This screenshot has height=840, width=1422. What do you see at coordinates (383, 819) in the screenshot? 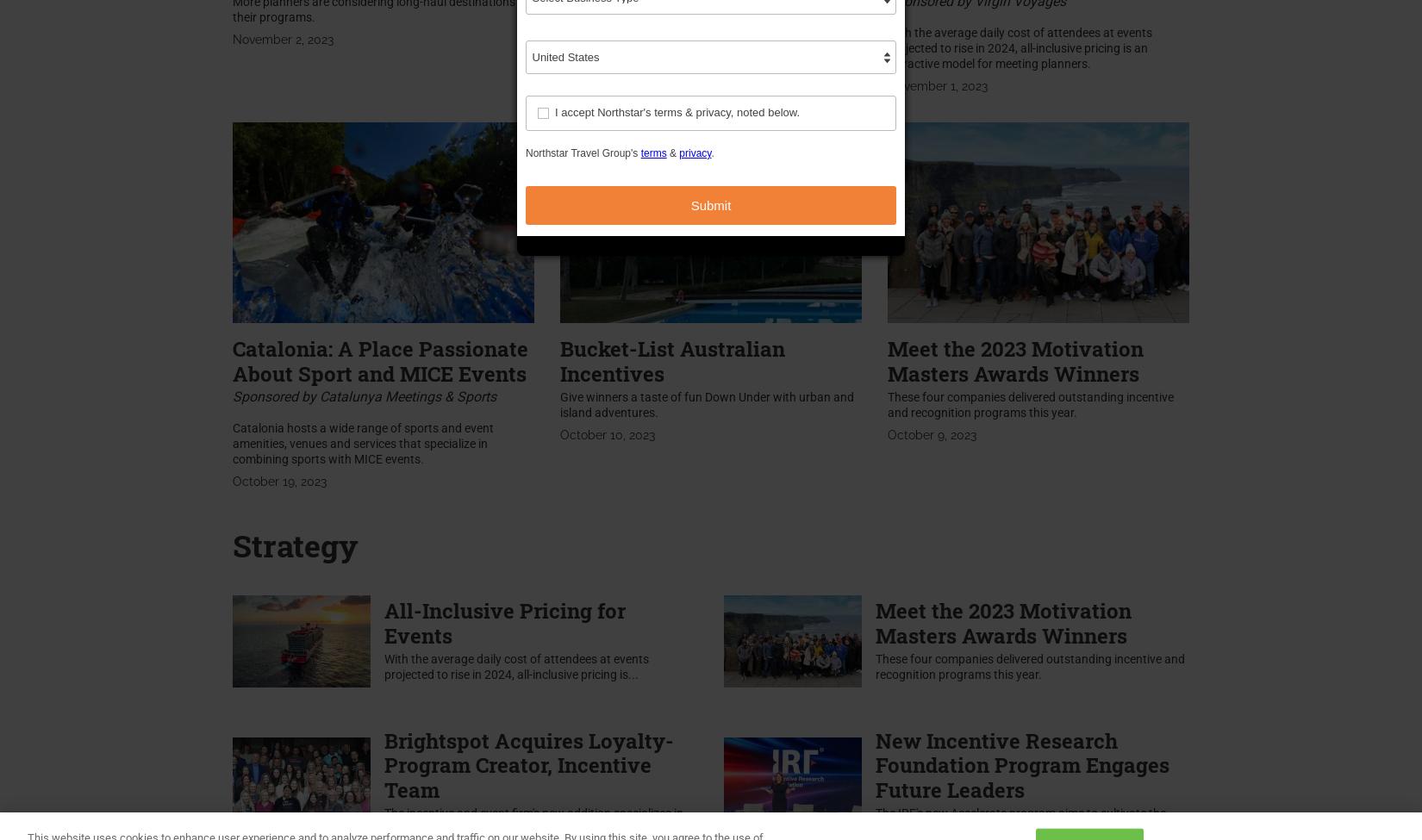
I see `'The incentive and event firm's new addition specializes in creating motivation programs for the...'` at bounding box center [383, 819].